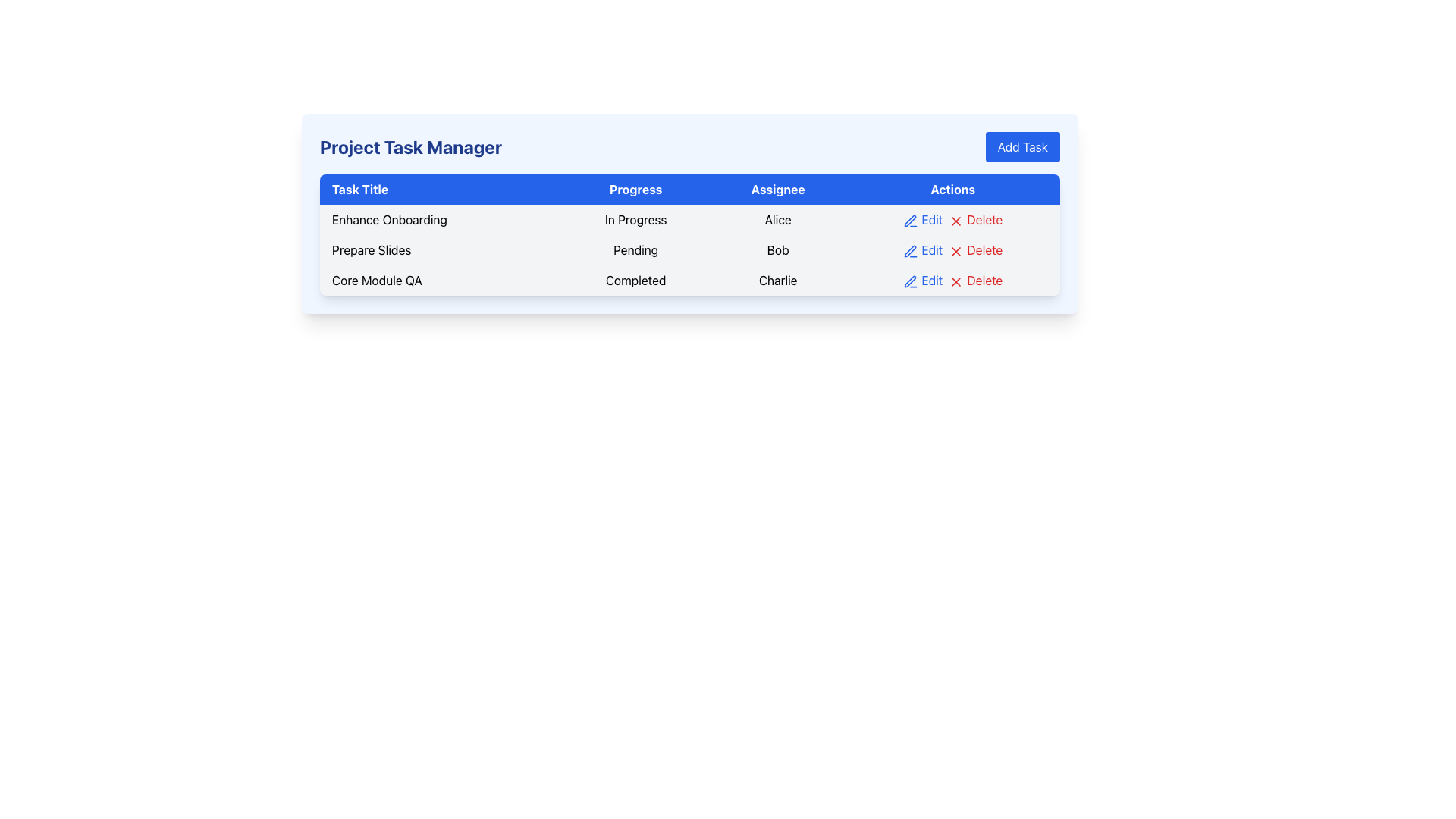  I want to click on the third row of the table that contains the task details for 'Core Module QA', including the completed status, assignee 'Charlie', and interactive options 'Edit' and 'Delete', so click(689, 281).